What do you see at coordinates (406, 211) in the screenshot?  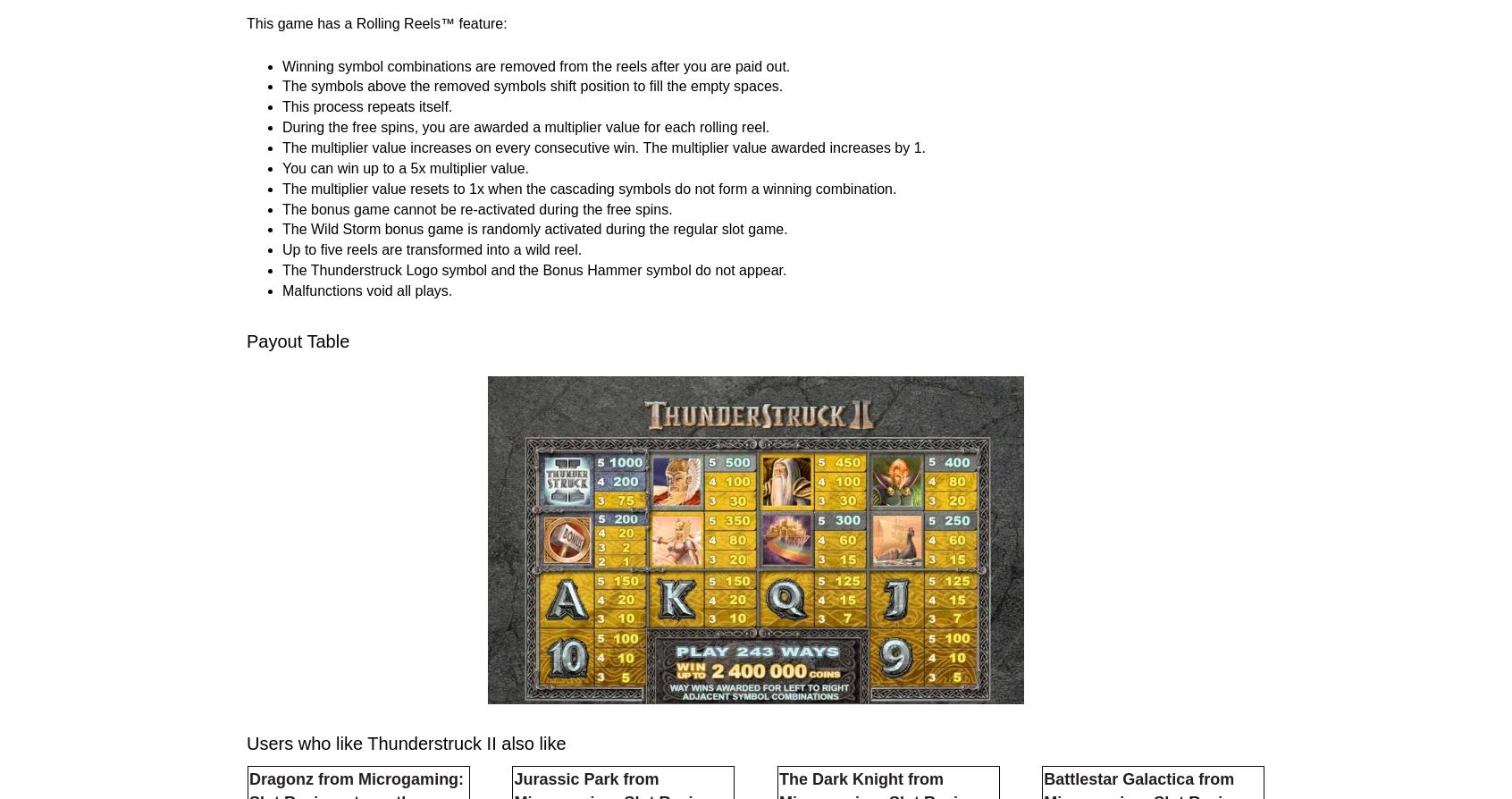 I see `'You are awarded twenty-five free spins.'` at bounding box center [406, 211].